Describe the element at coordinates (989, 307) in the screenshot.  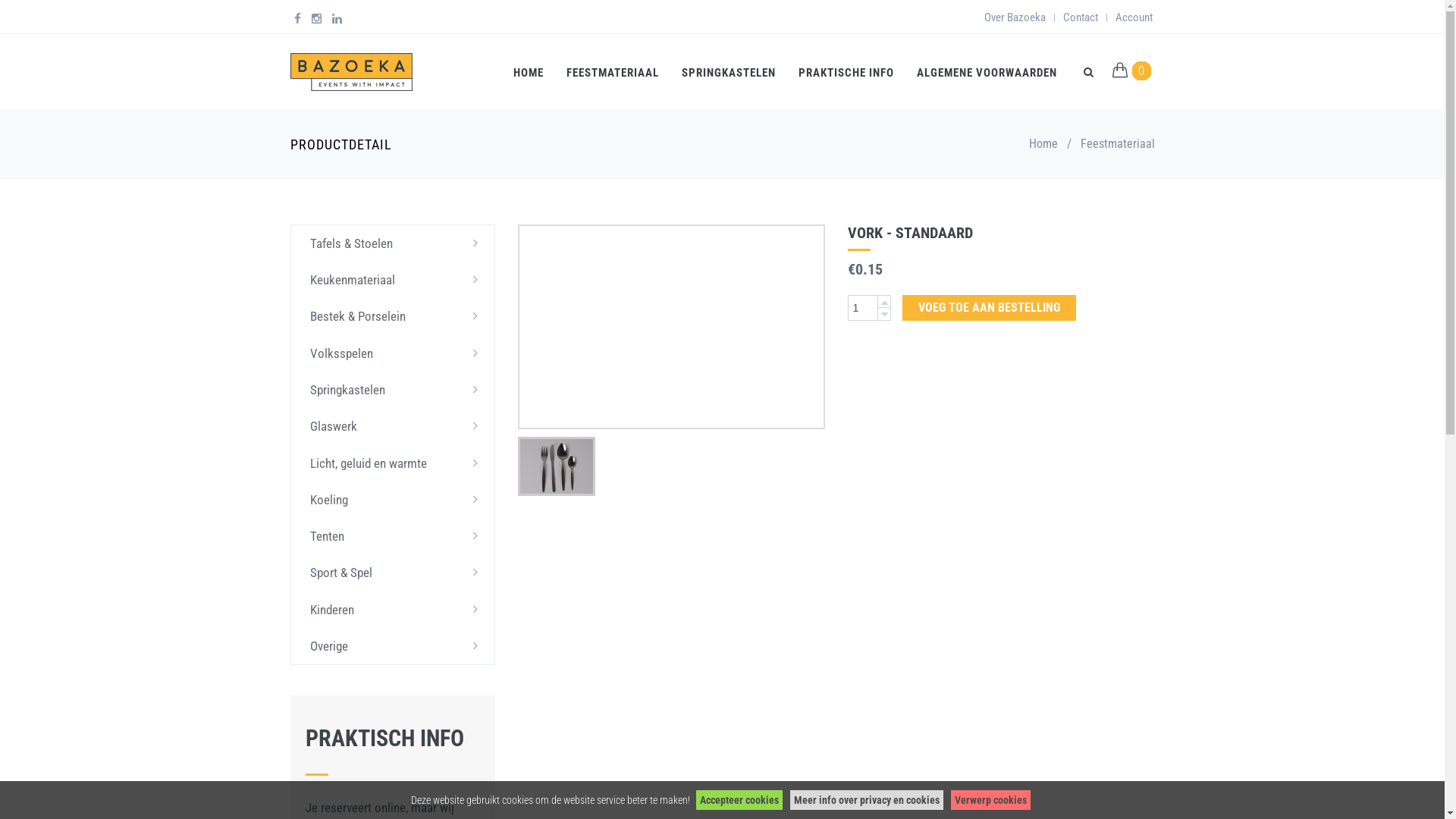
I see `'Voeg toe aan bestelling'` at that location.